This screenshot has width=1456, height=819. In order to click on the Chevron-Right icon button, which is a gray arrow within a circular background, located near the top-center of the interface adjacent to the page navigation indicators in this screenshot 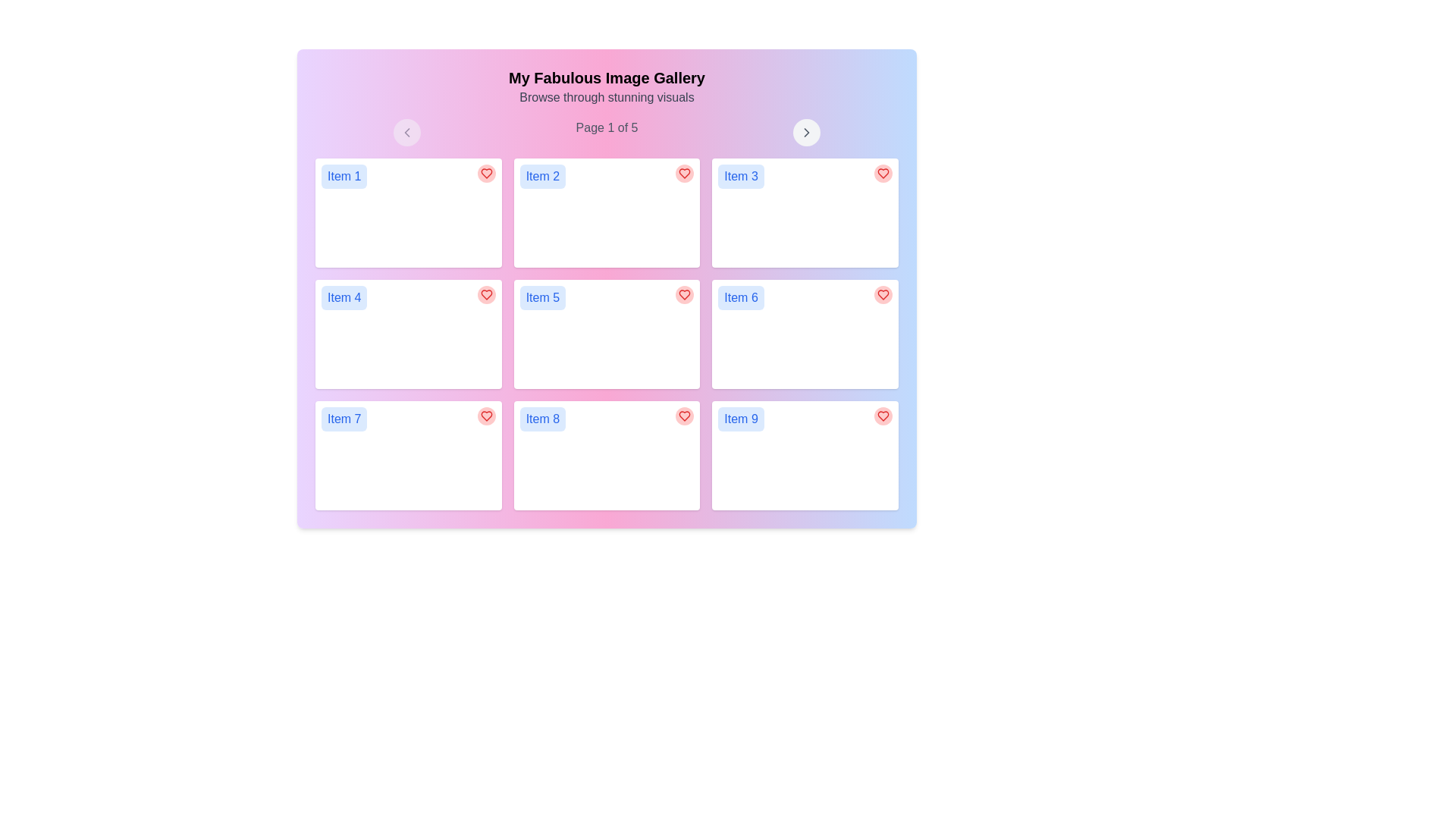, I will do `click(806, 131)`.